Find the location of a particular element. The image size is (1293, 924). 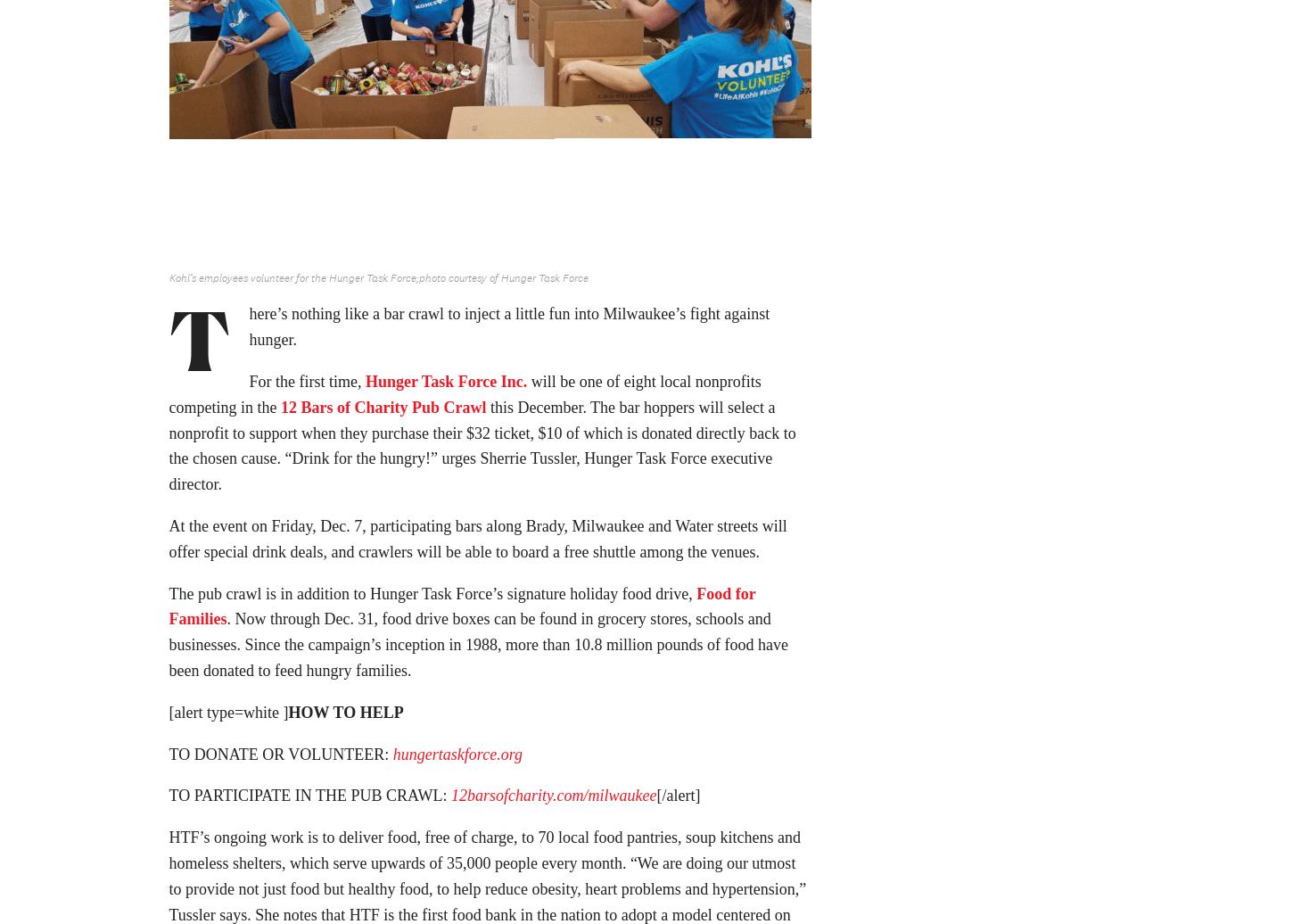

'. Now through Dec. 31, food drive boxes can be found in grocery stores, schools and businesses. Since the campaign’s inception in 1988, more than 10.8 million pounds of food have been donated to feed hungry families.' is located at coordinates (478, 650).